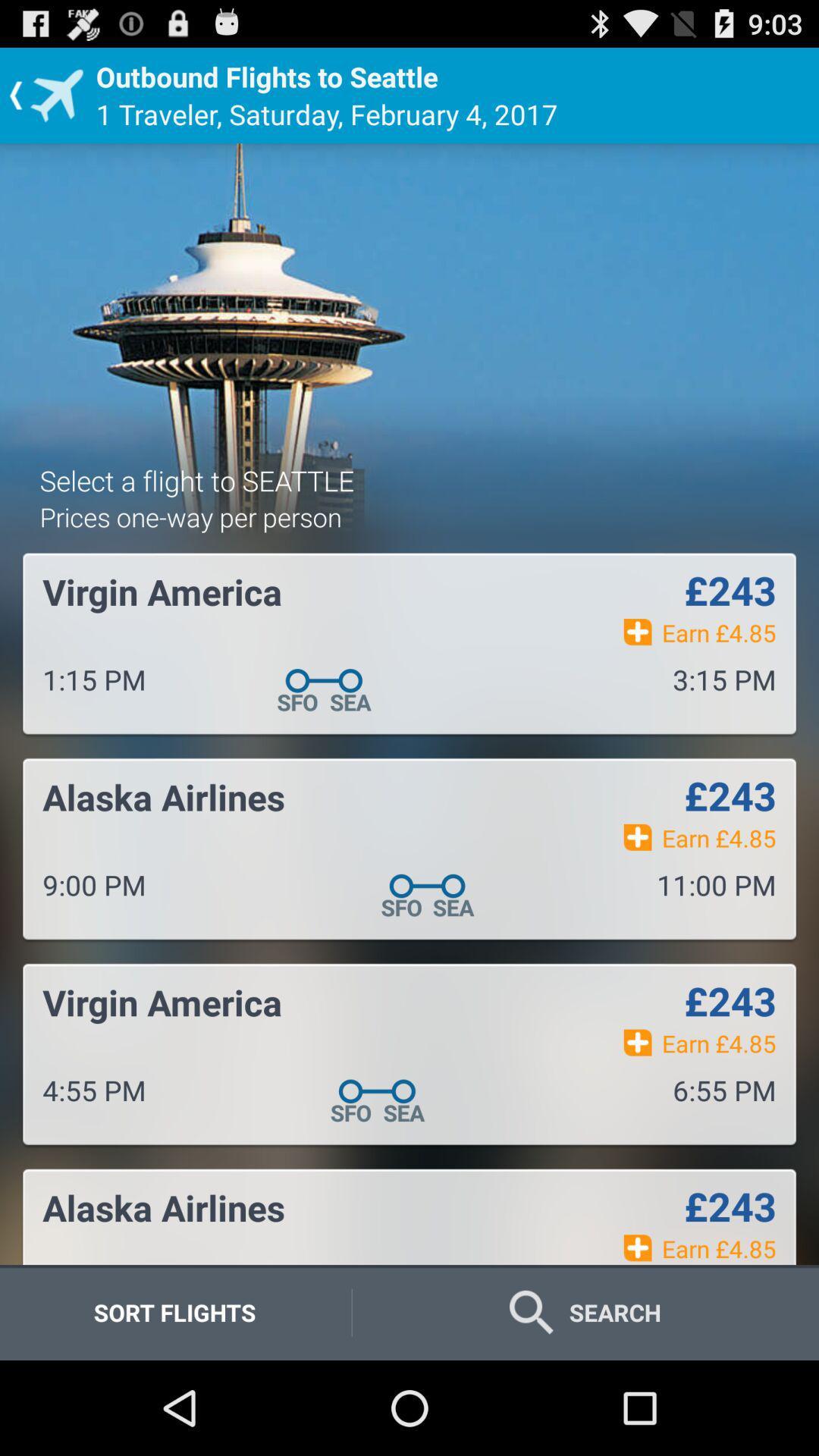 This screenshot has height=1456, width=819. I want to click on app below alaska airlines app, so click(174, 1312).